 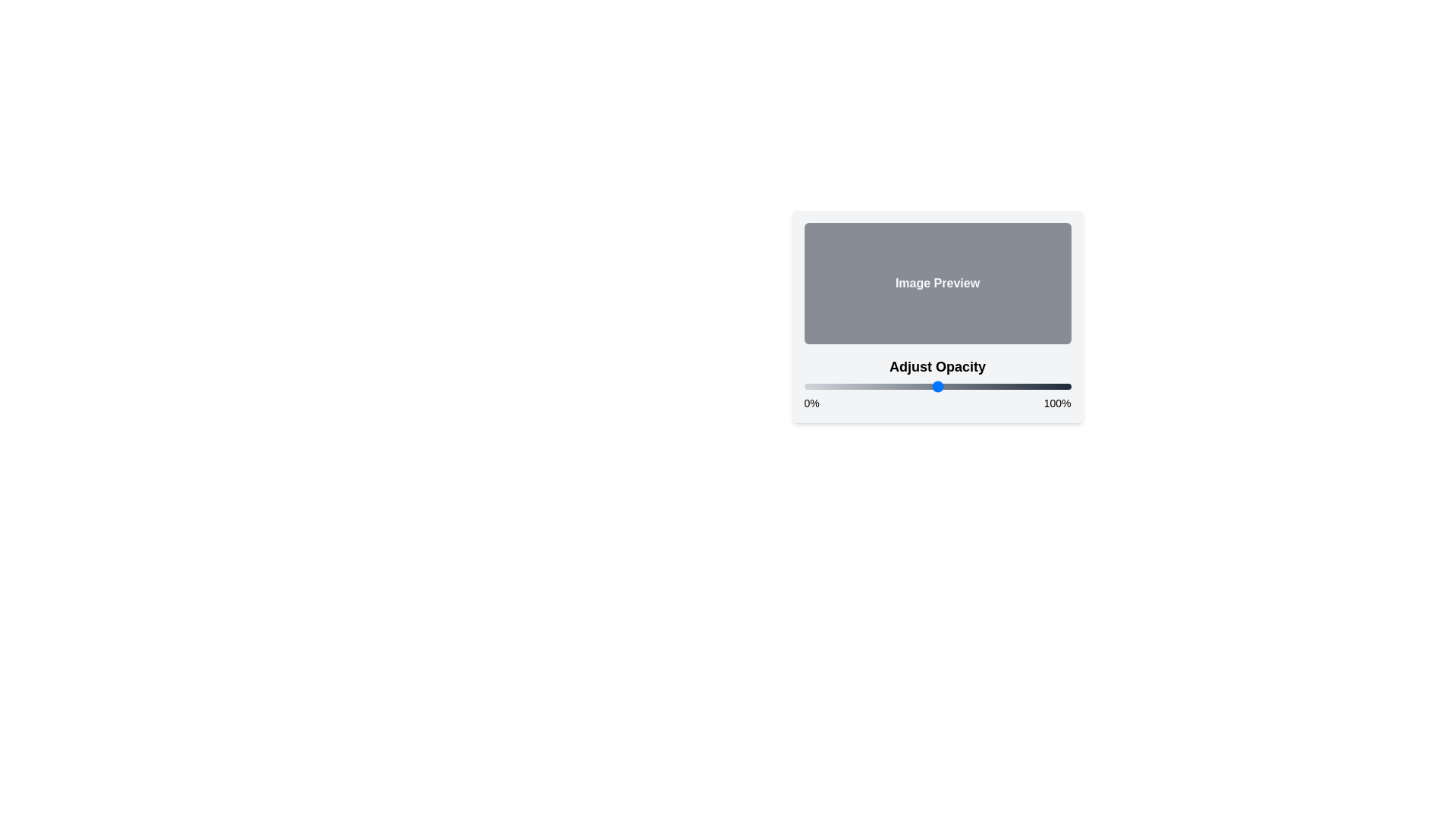 I want to click on slider value, so click(x=993, y=385).